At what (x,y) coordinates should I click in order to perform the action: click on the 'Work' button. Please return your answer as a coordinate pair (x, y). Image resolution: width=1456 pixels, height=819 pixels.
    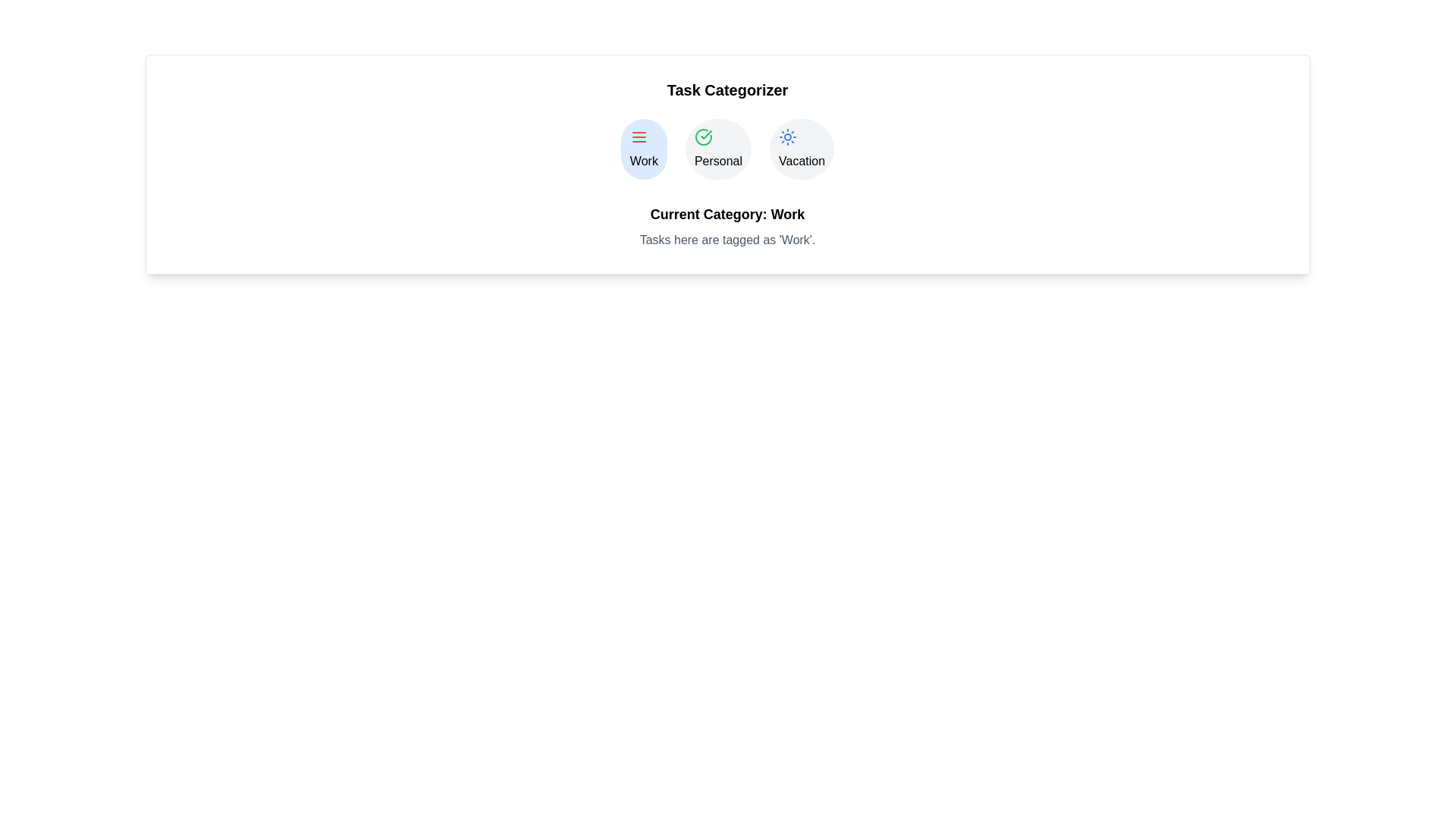
    Looking at the image, I should click on (644, 149).